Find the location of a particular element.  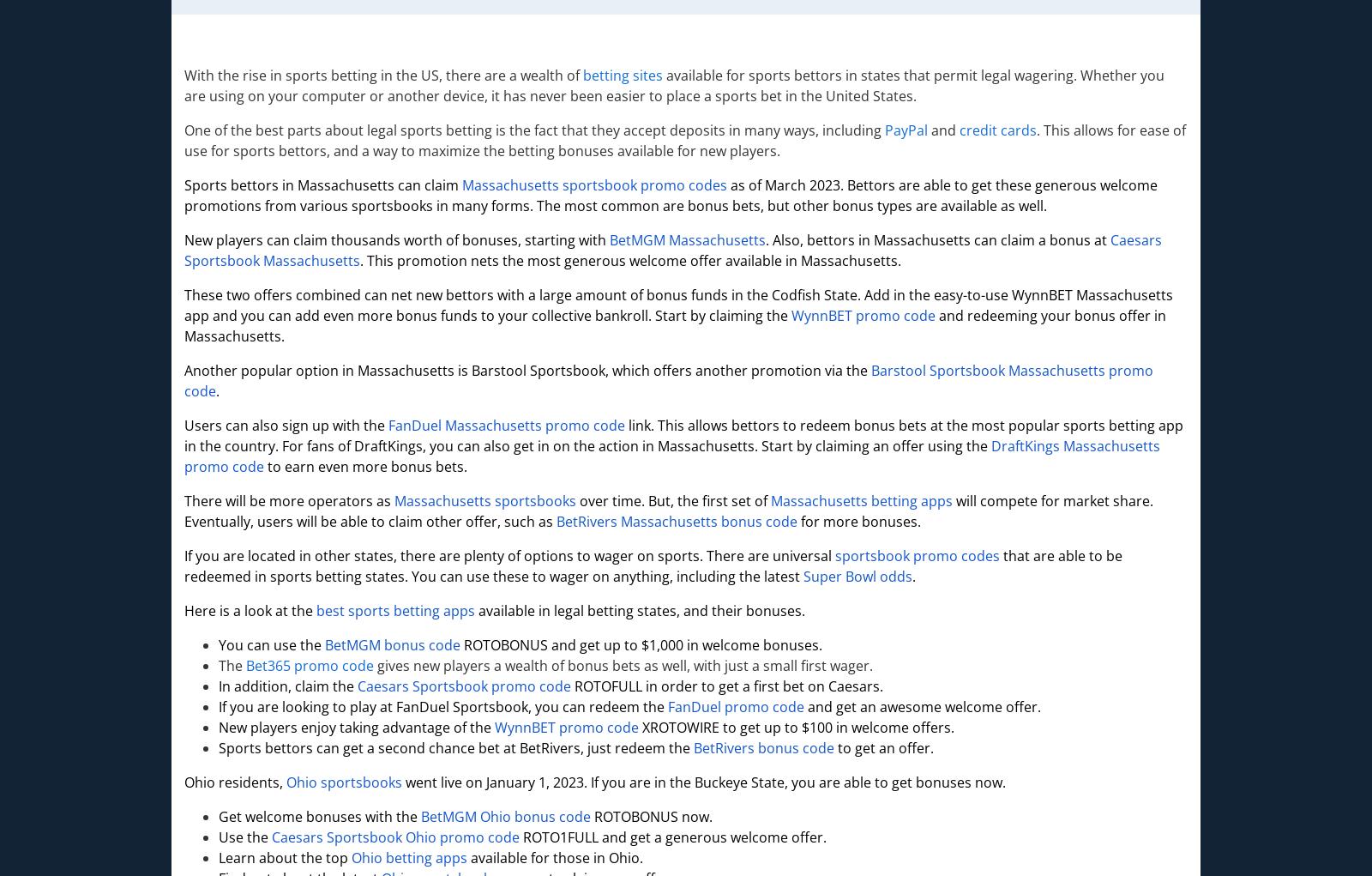

'Massachusetts betting apps' is located at coordinates (770, 500).